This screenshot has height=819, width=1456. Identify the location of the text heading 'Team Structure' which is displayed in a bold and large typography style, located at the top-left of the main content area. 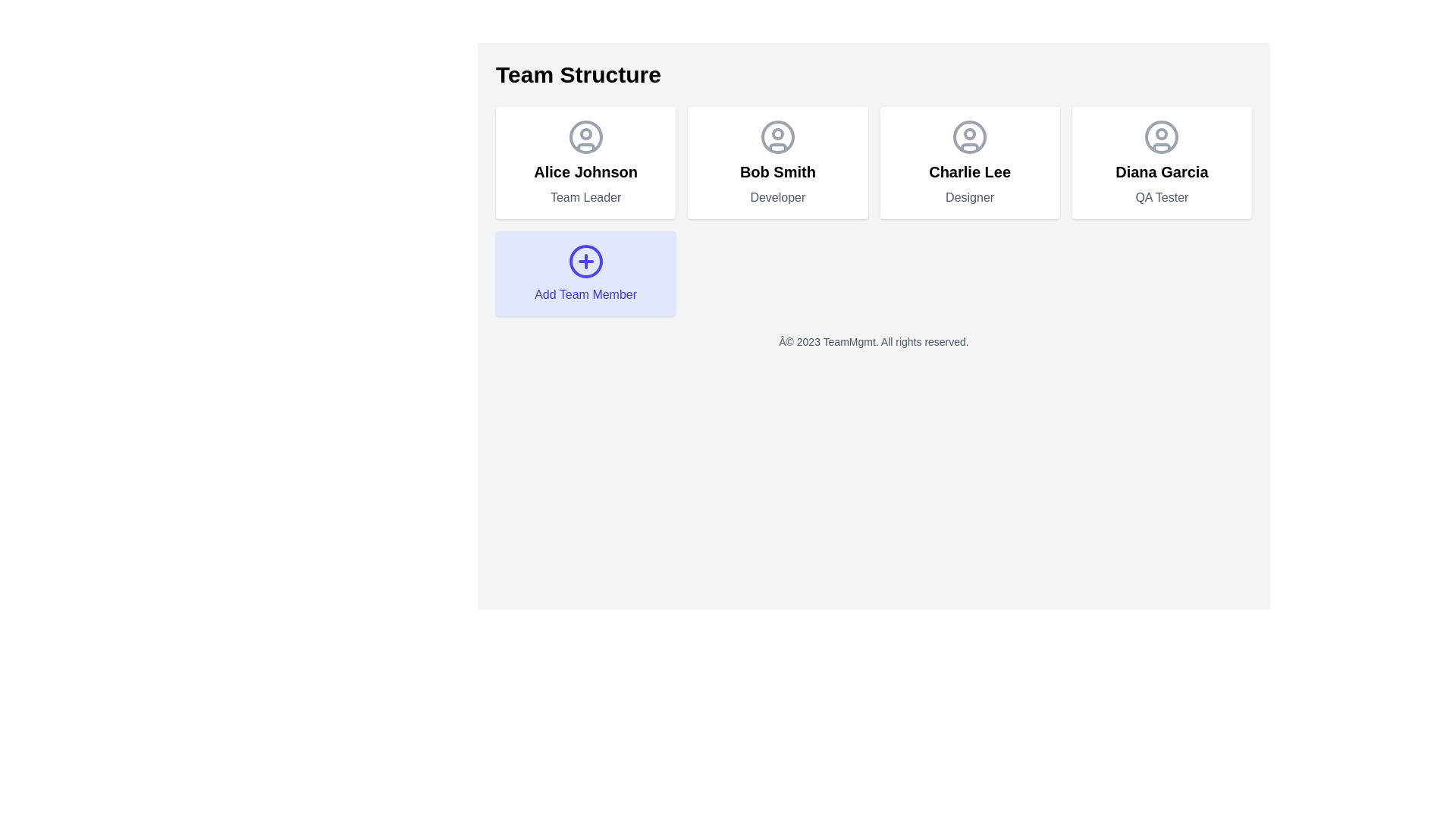
(578, 75).